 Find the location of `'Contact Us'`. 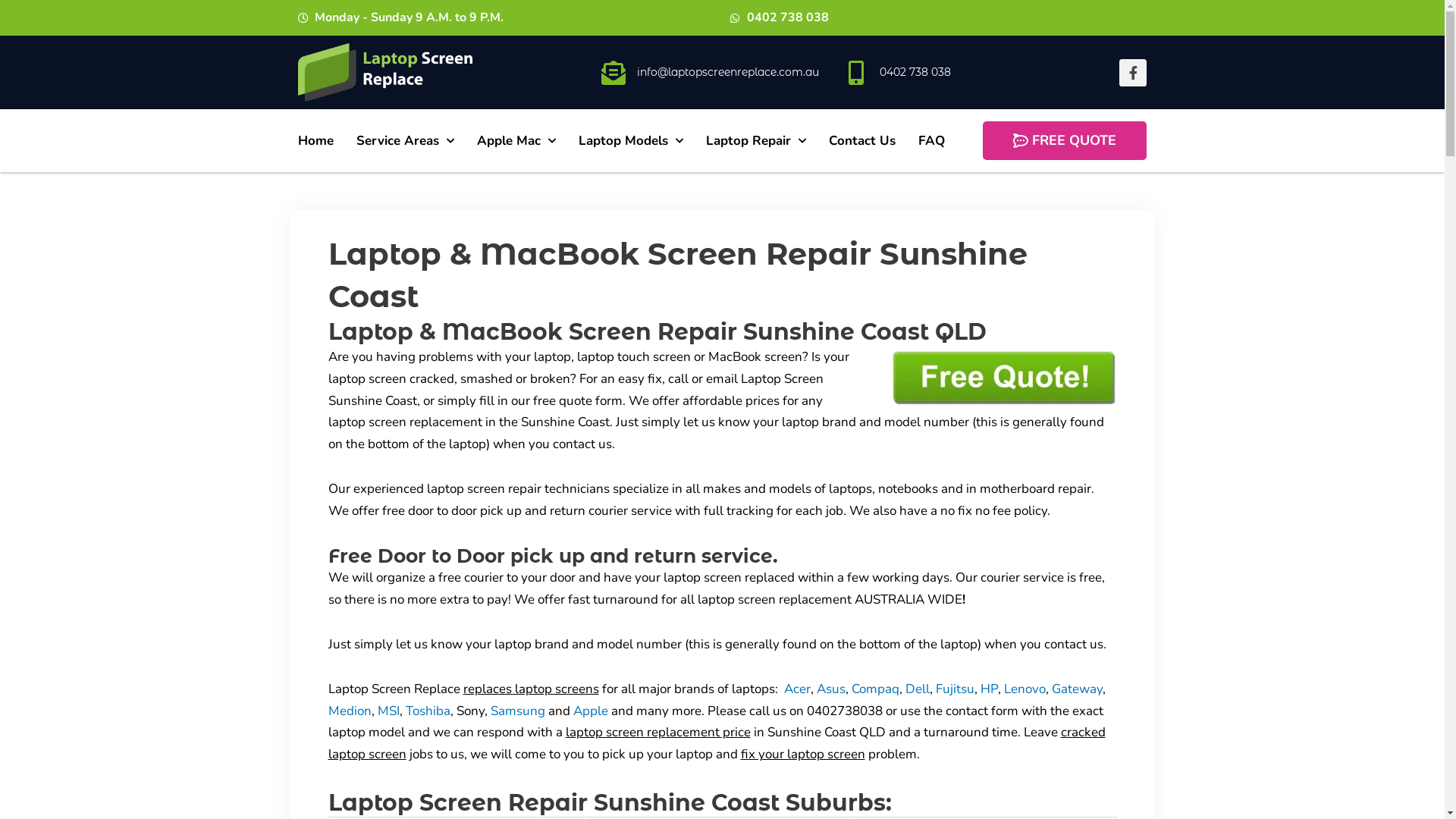

'Contact Us' is located at coordinates (861, 140).